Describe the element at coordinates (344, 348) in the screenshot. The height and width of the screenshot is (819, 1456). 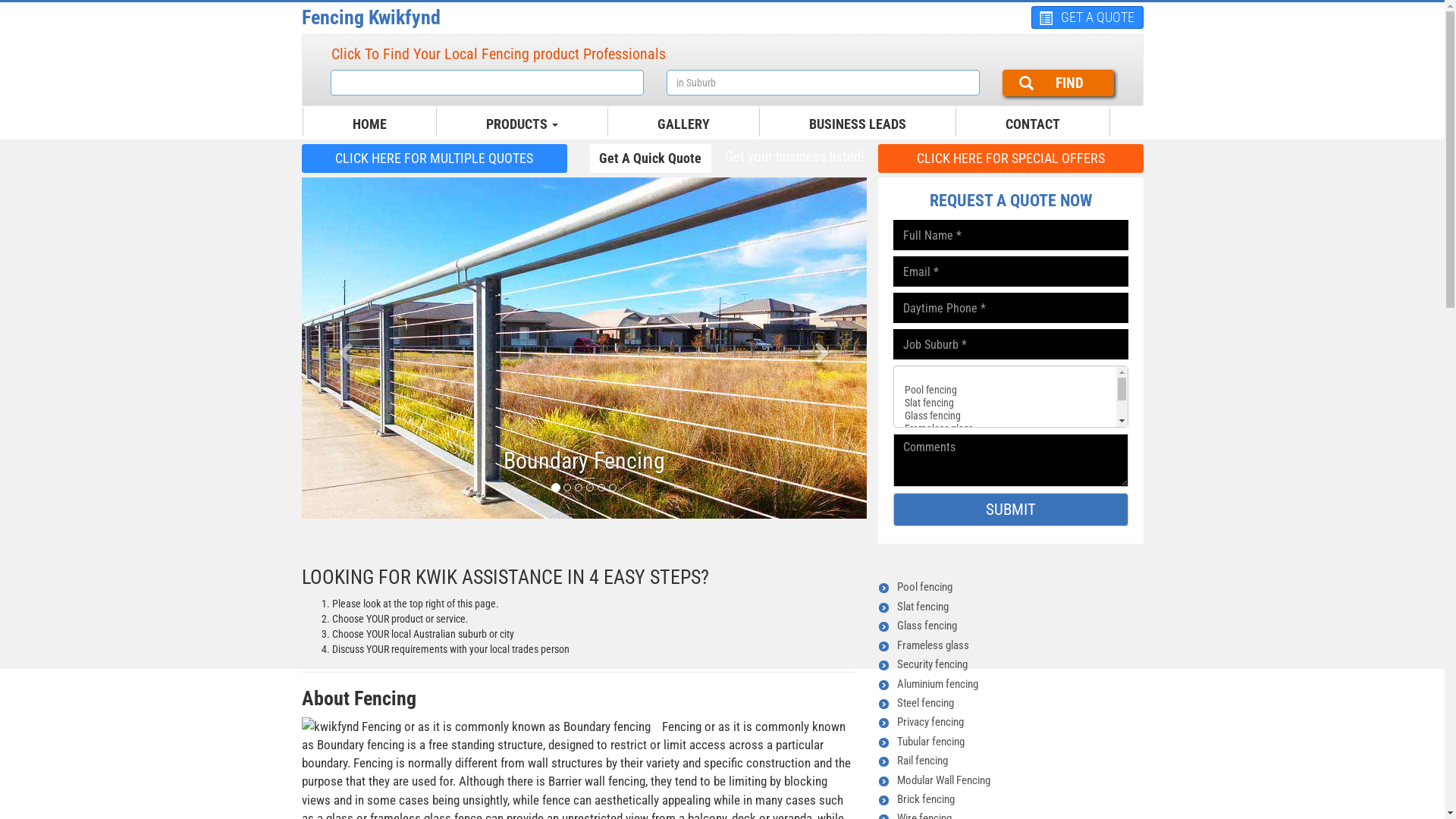
I see `'Previous'` at that location.